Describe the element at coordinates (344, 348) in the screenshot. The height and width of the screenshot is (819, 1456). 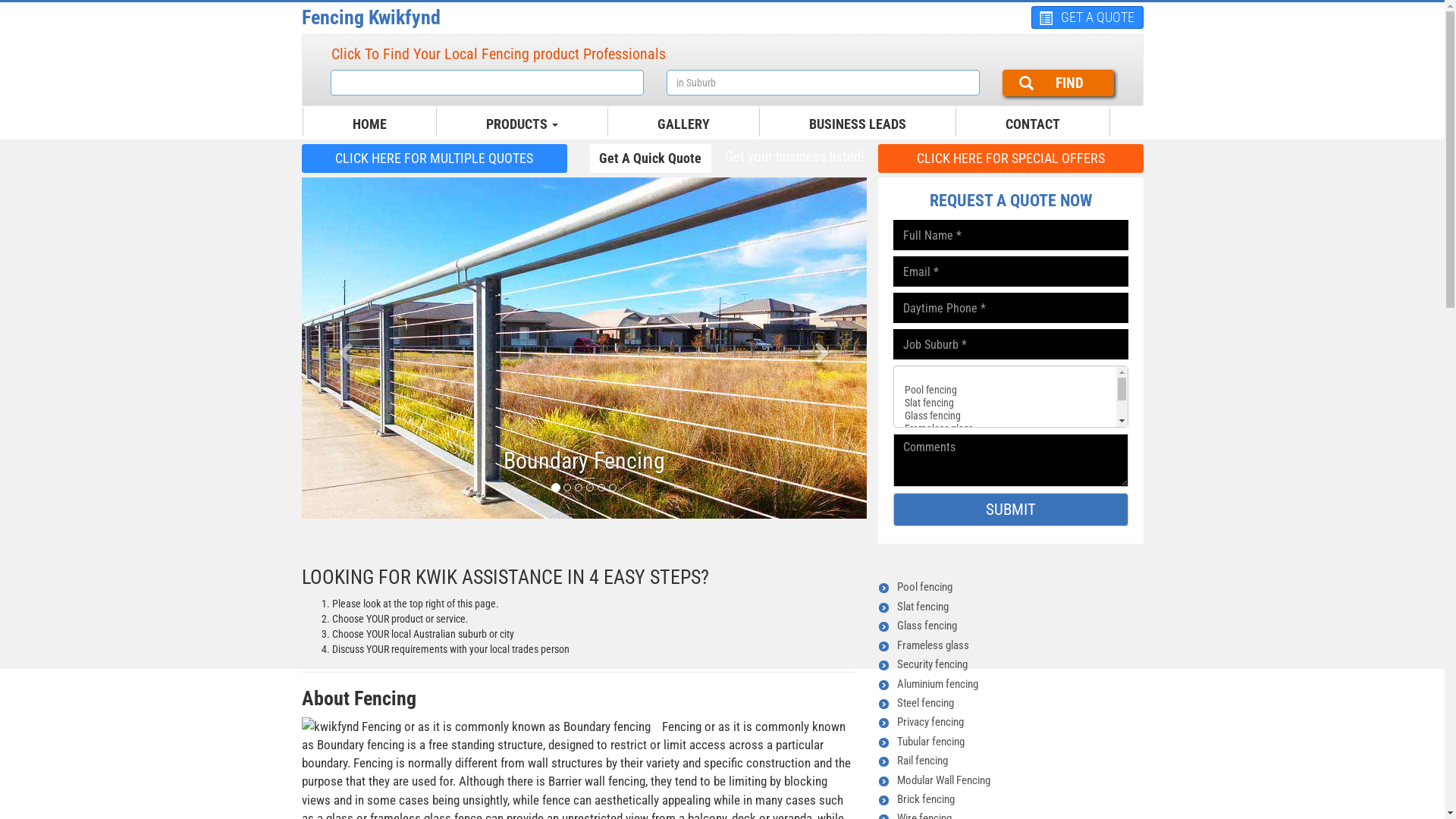
I see `'Previous'` at that location.